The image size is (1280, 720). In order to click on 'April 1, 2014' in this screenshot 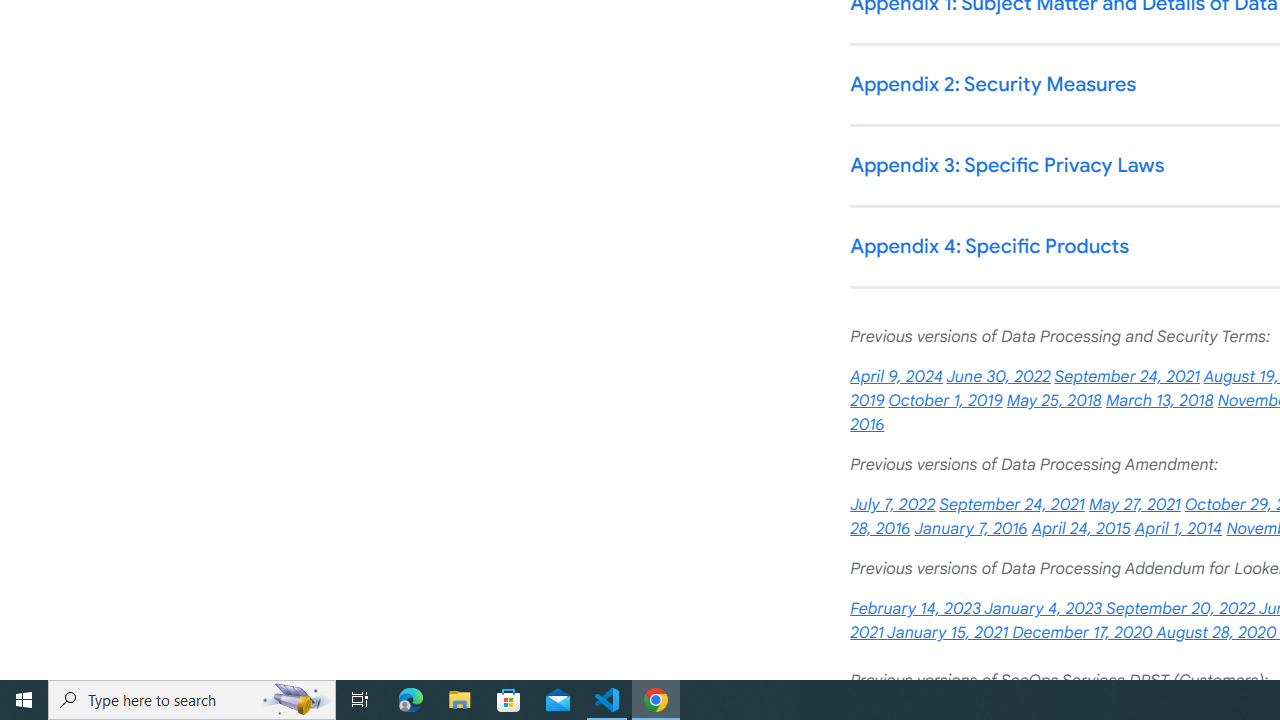, I will do `click(1178, 528)`.